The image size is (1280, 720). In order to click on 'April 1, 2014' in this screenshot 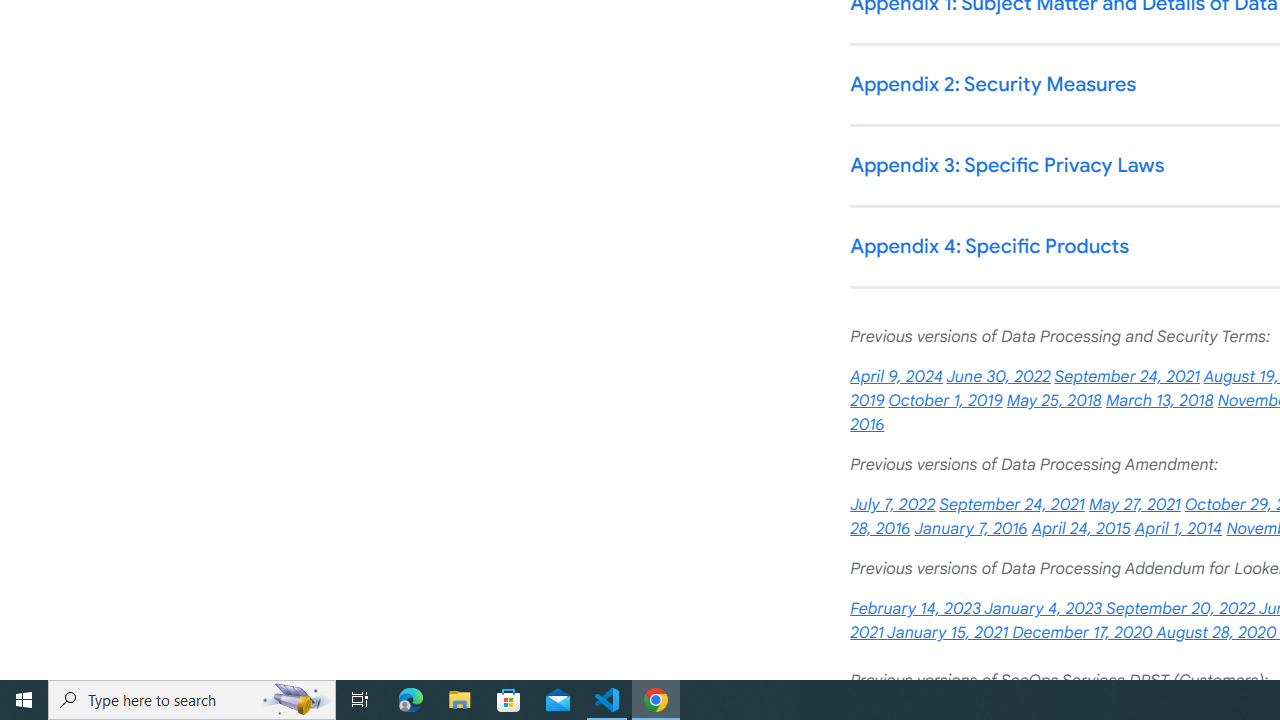, I will do `click(1178, 528)`.